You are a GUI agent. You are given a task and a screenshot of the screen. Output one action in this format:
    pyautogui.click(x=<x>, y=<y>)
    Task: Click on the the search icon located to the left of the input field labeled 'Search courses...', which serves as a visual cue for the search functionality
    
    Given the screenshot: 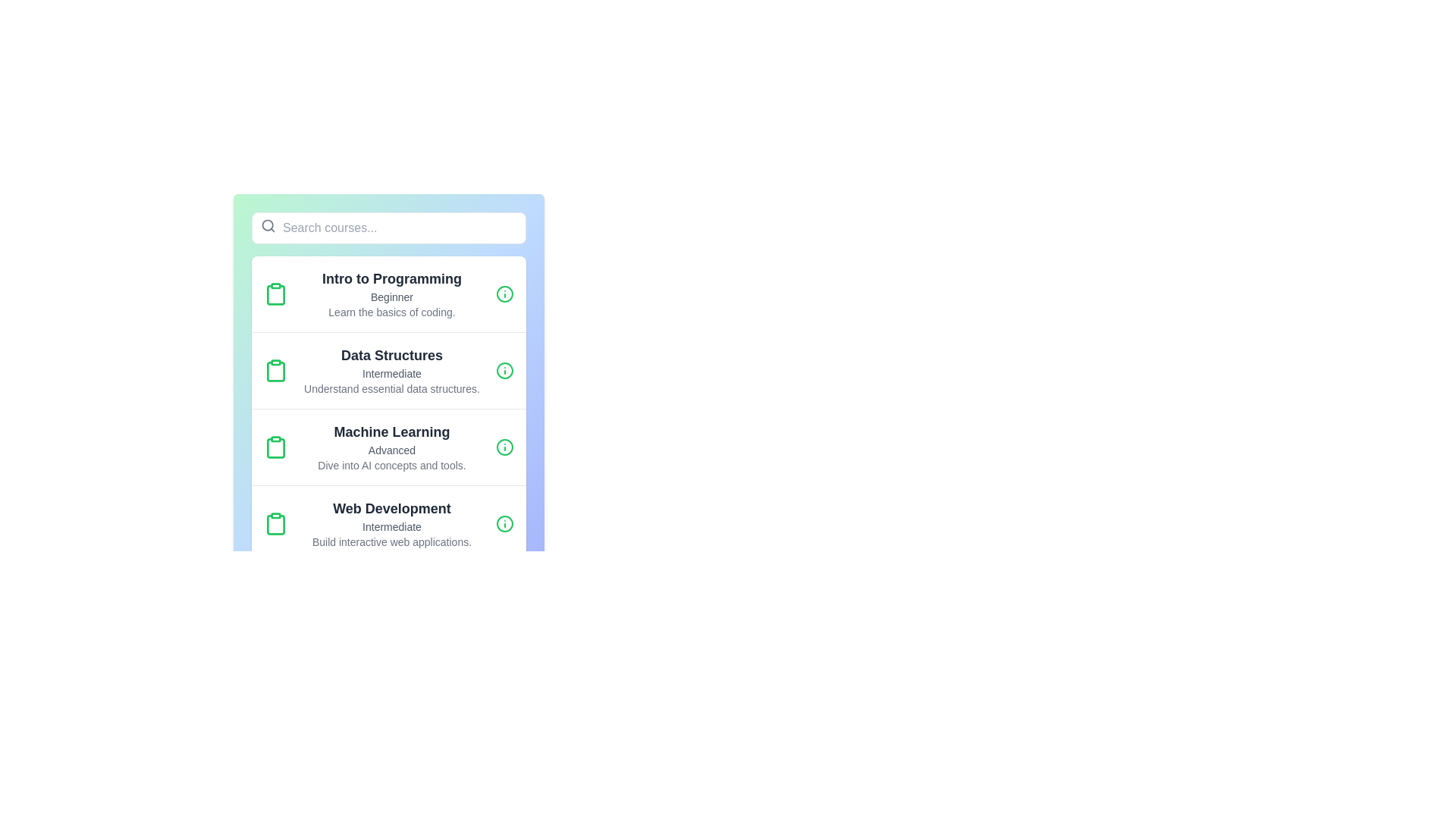 What is the action you would take?
    pyautogui.click(x=268, y=225)
    